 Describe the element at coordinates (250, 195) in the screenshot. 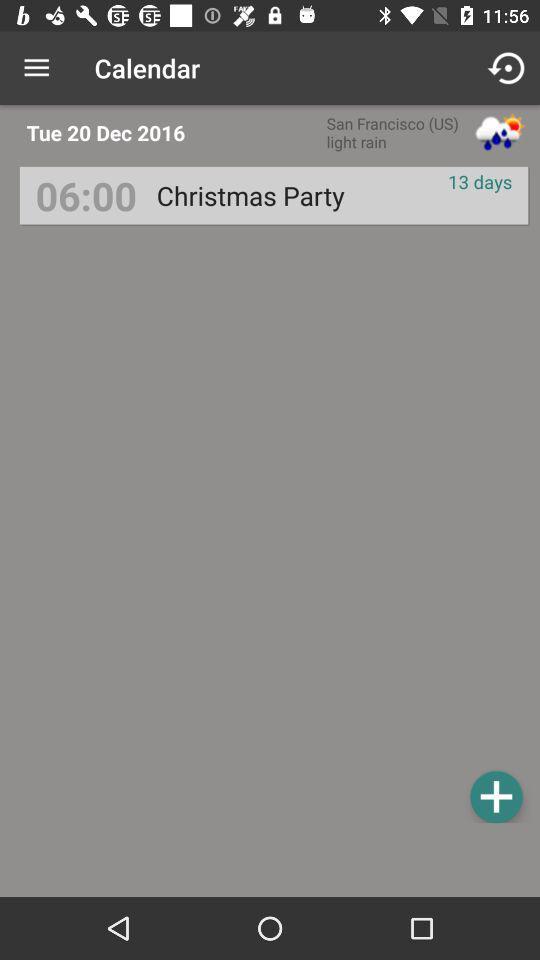

I see `item to the left of the 13 days item` at that location.